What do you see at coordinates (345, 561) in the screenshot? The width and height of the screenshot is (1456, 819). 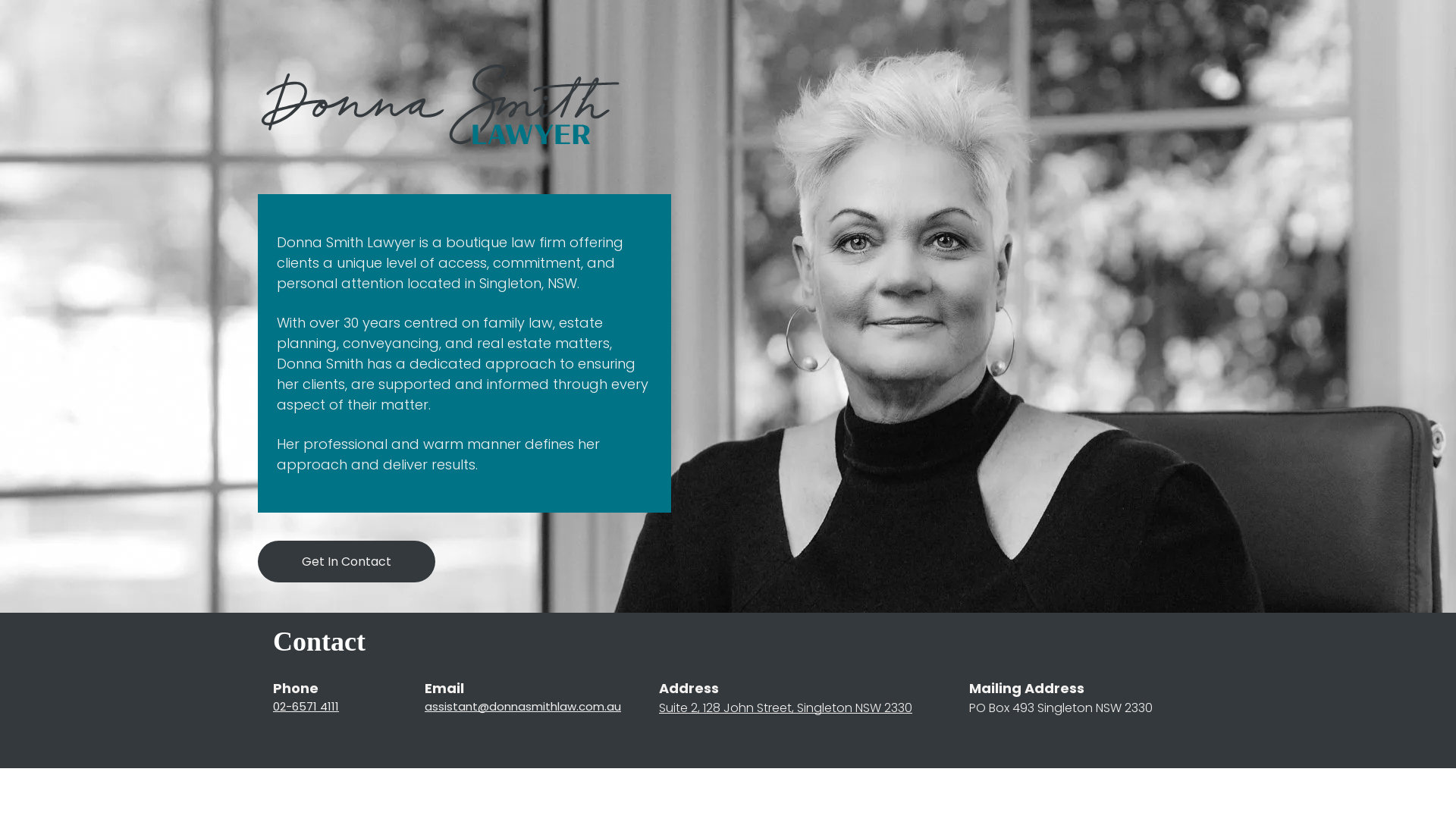 I see `'Get In Contact'` at bounding box center [345, 561].